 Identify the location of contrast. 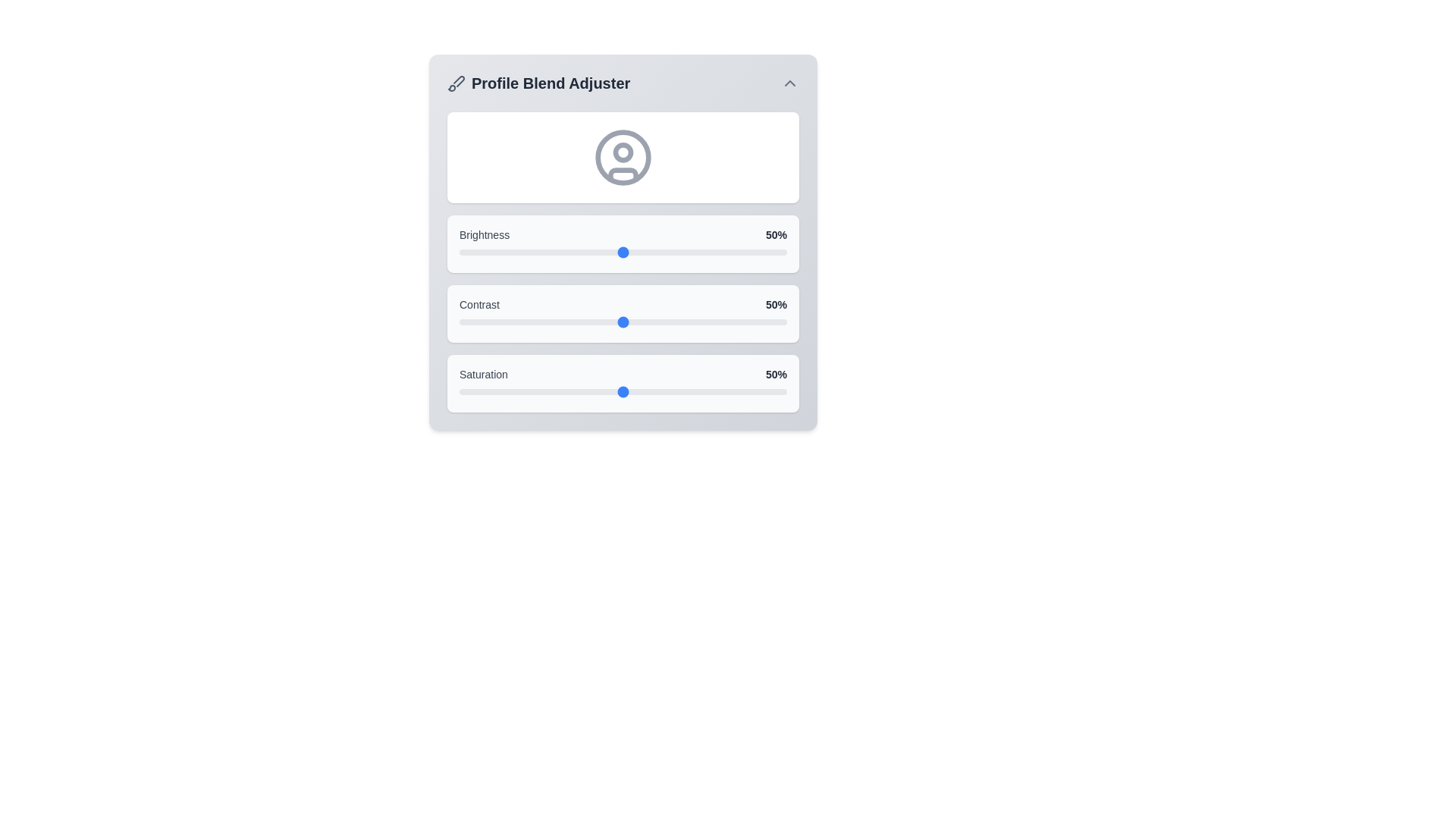
(623, 321).